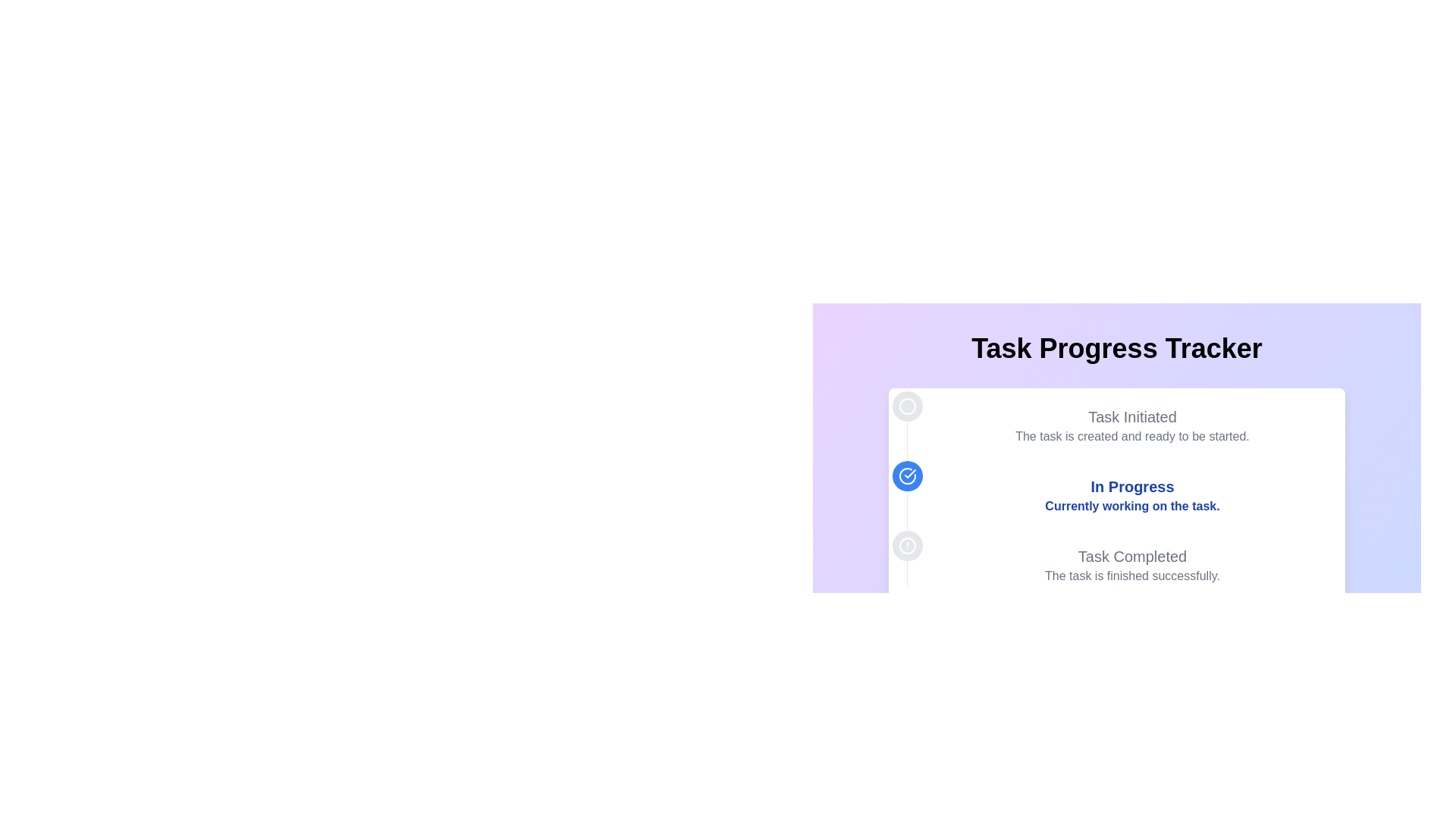  What do you see at coordinates (1117, 348) in the screenshot?
I see `the large, bold, and centered text header displaying 'Task Progress Tracker', which is located near the top-center area of the main interface with a gradient purple to blue background` at bounding box center [1117, 348].